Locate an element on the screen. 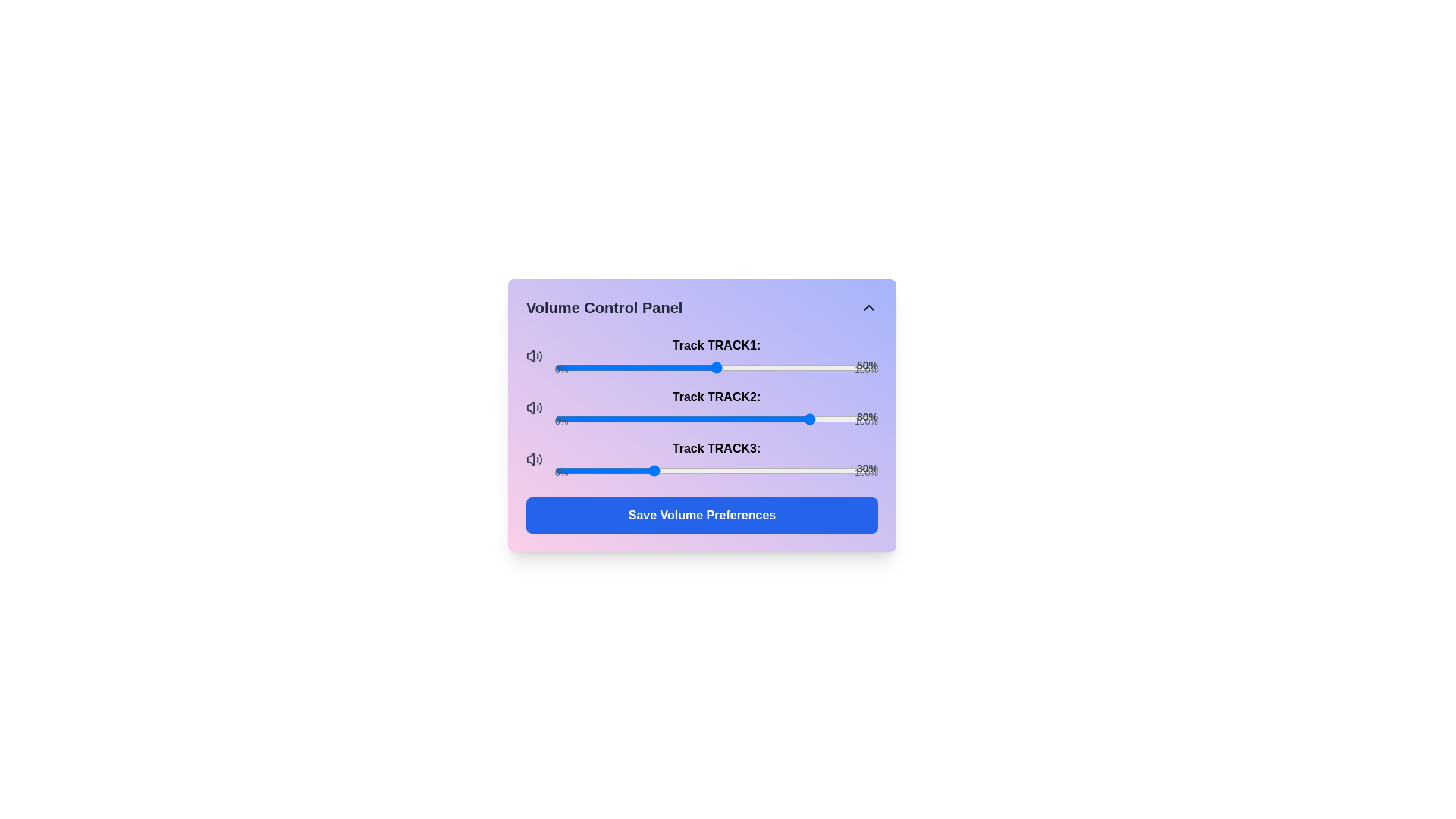  the volume of Track TRACK3 is located at coordinates (822, 470).